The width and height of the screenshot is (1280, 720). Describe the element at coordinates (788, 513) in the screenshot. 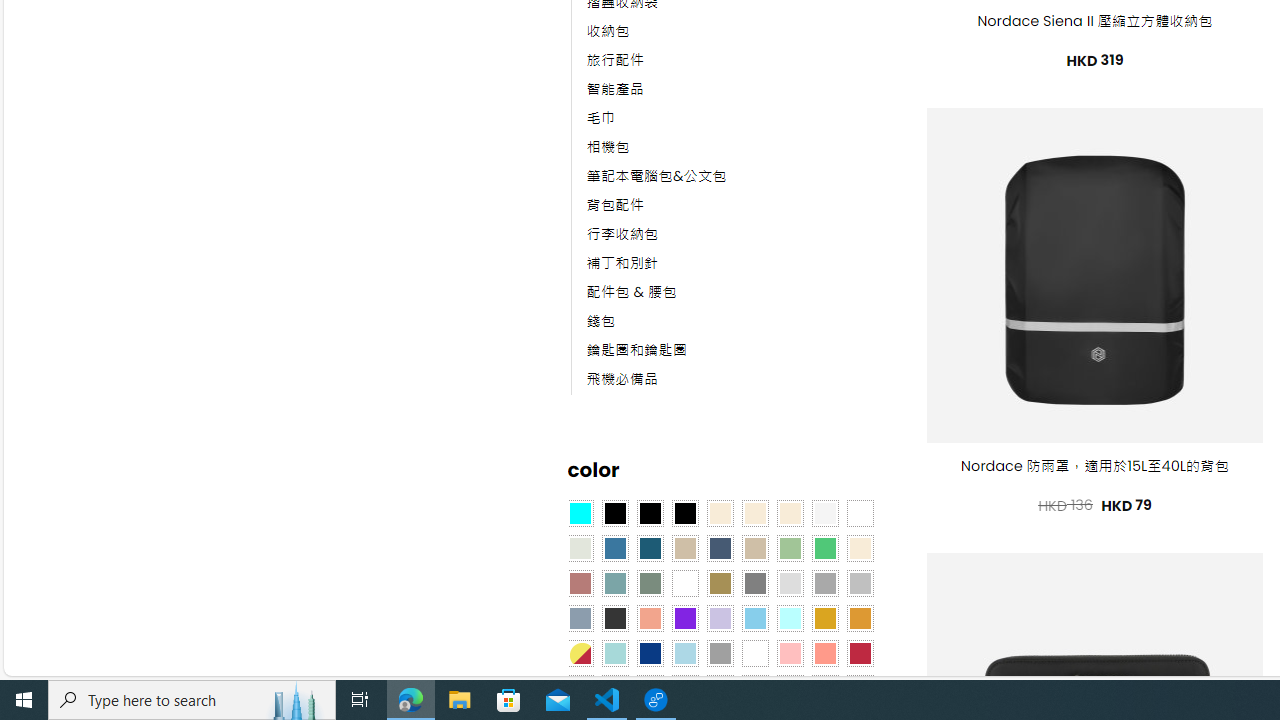

I see `'Cream'` at that location.